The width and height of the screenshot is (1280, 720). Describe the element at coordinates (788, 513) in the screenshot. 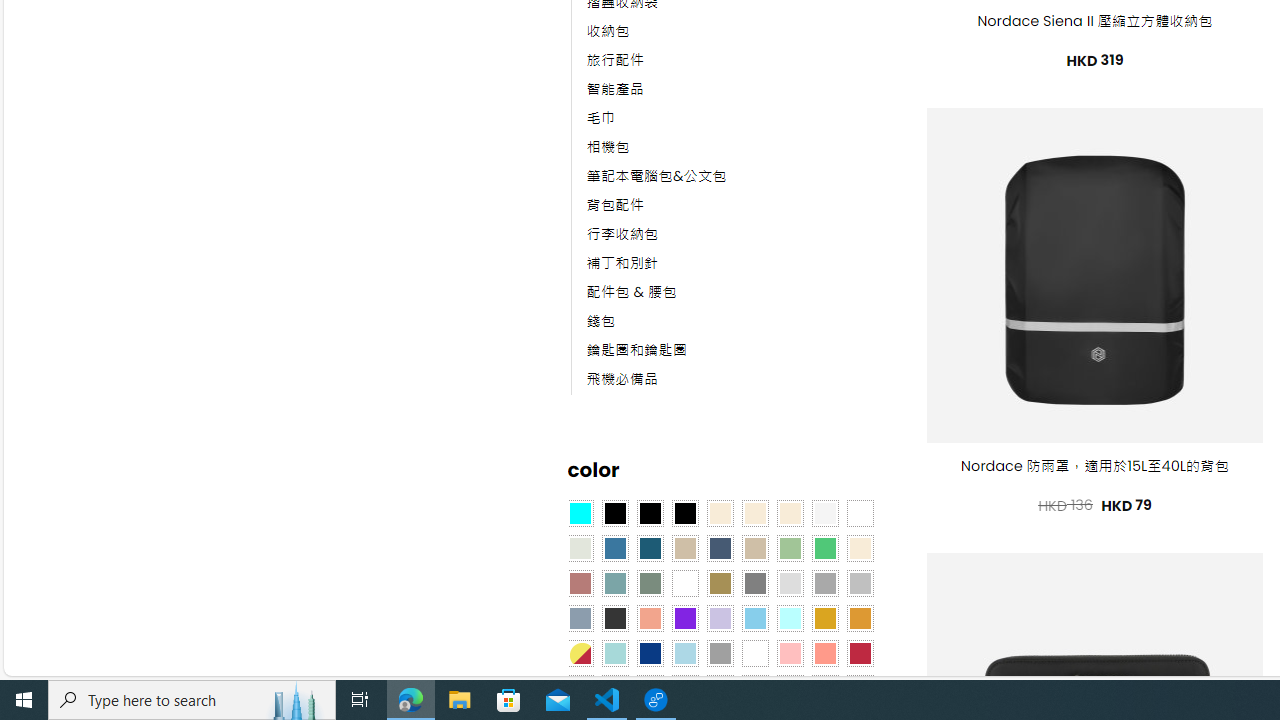

I see `'Cream'` at that location.